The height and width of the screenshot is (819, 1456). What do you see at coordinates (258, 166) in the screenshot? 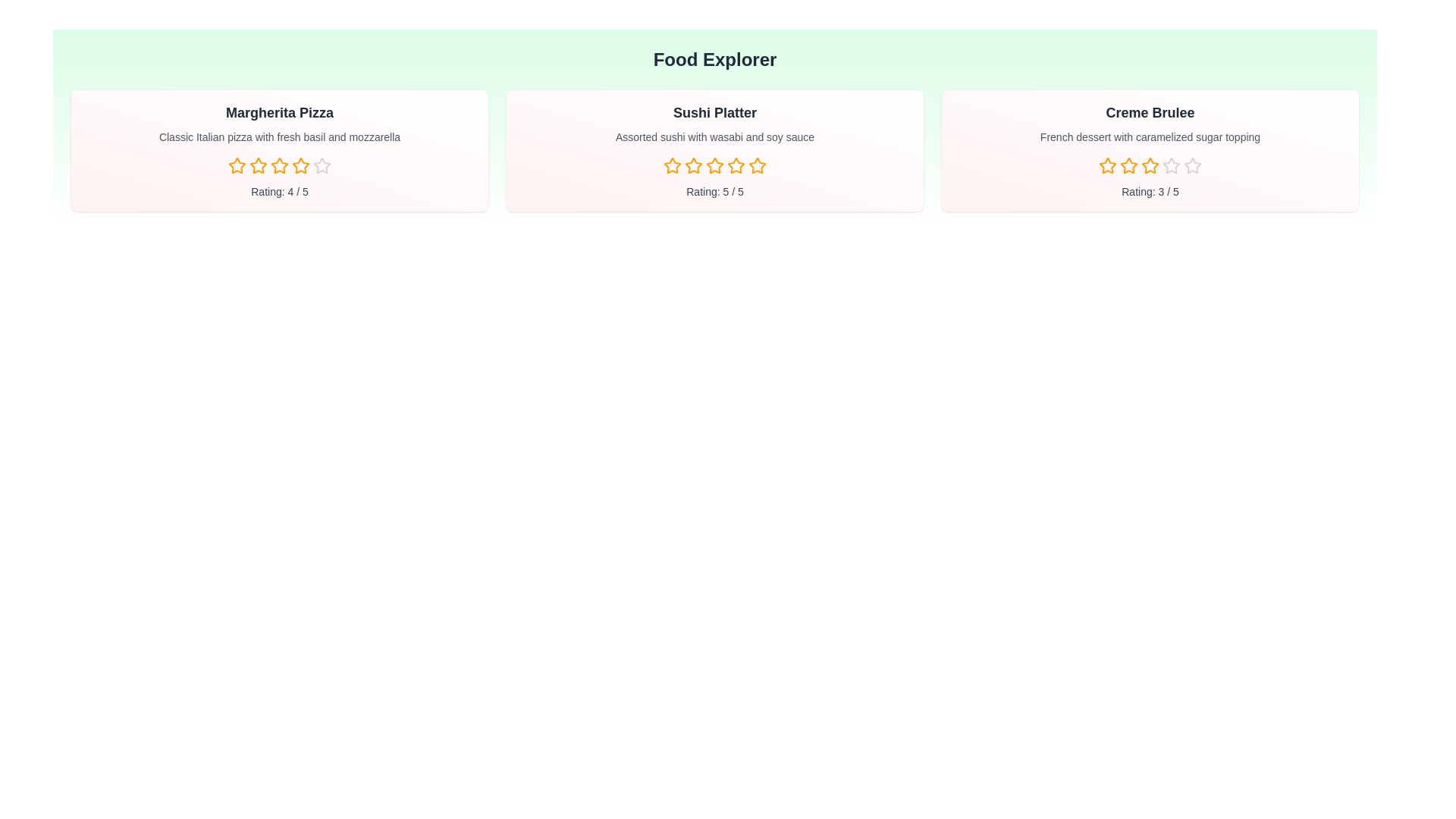
I see `the rating for a dish to 2 stars` at bounding box center [258, 166].